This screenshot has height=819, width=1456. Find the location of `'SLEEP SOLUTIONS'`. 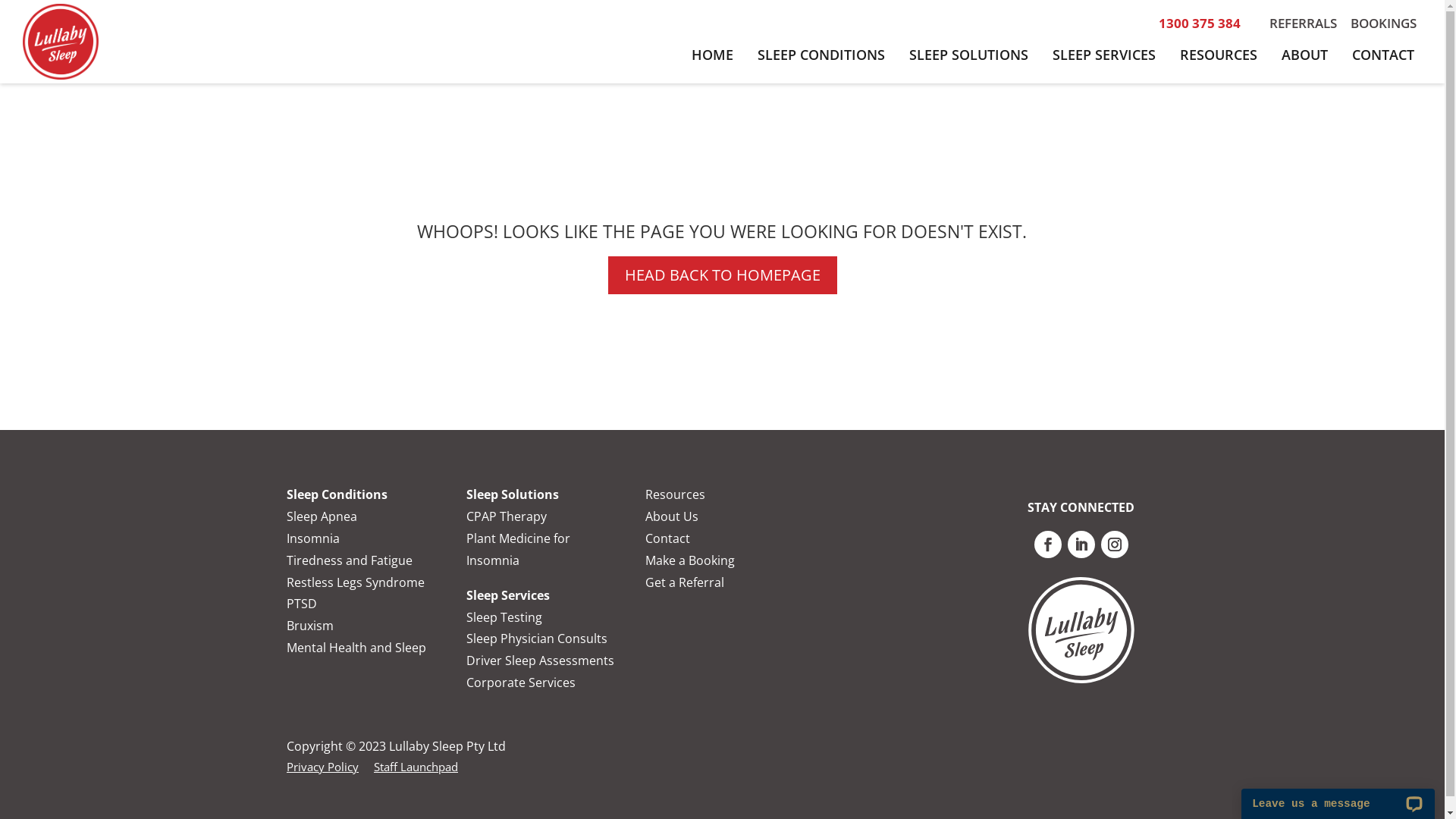

'SLEEP SOLUTIONS' is located at coordinates (968, 54).